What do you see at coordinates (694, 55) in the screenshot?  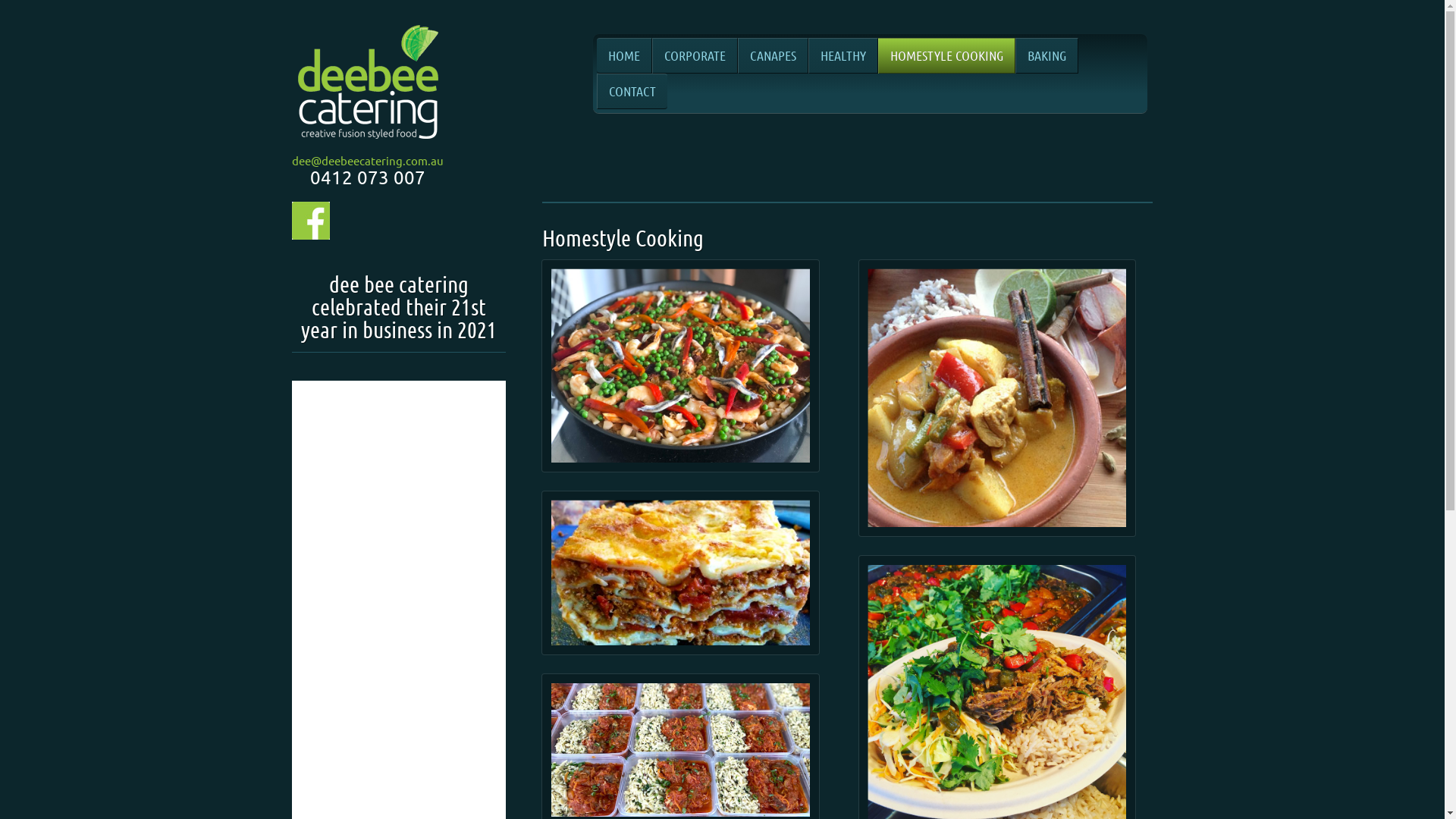 I see `'CORPORATE'` at bounding box center [694, 55].